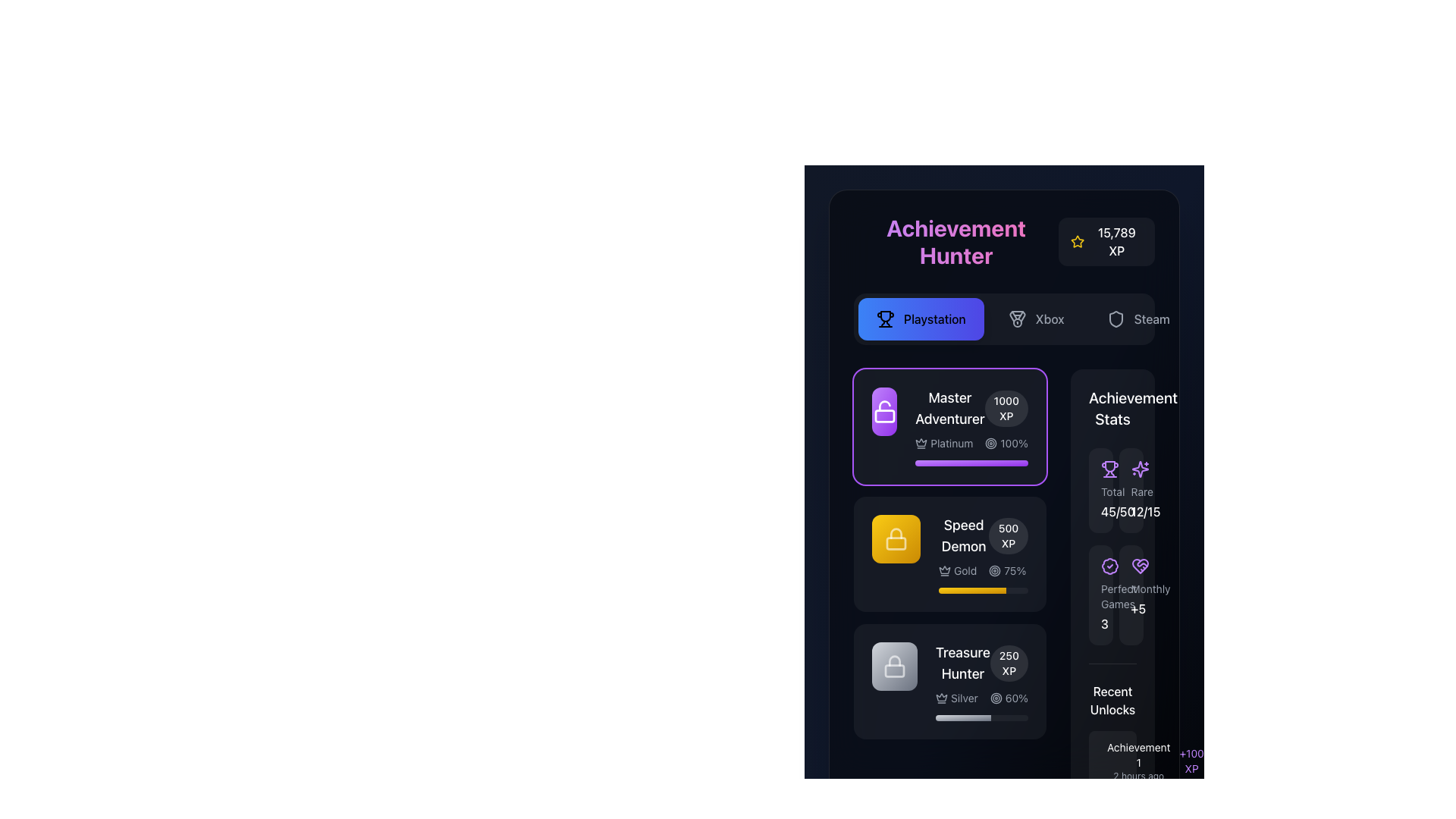 This screenshot has width=1456, height=819. Describe the element at coordinates (896, 538) in the screenshot. I see `the lock icon, which features a yellow and gold gradient with a rounded padlock outline, located in the middle segment of the interface` at that location.